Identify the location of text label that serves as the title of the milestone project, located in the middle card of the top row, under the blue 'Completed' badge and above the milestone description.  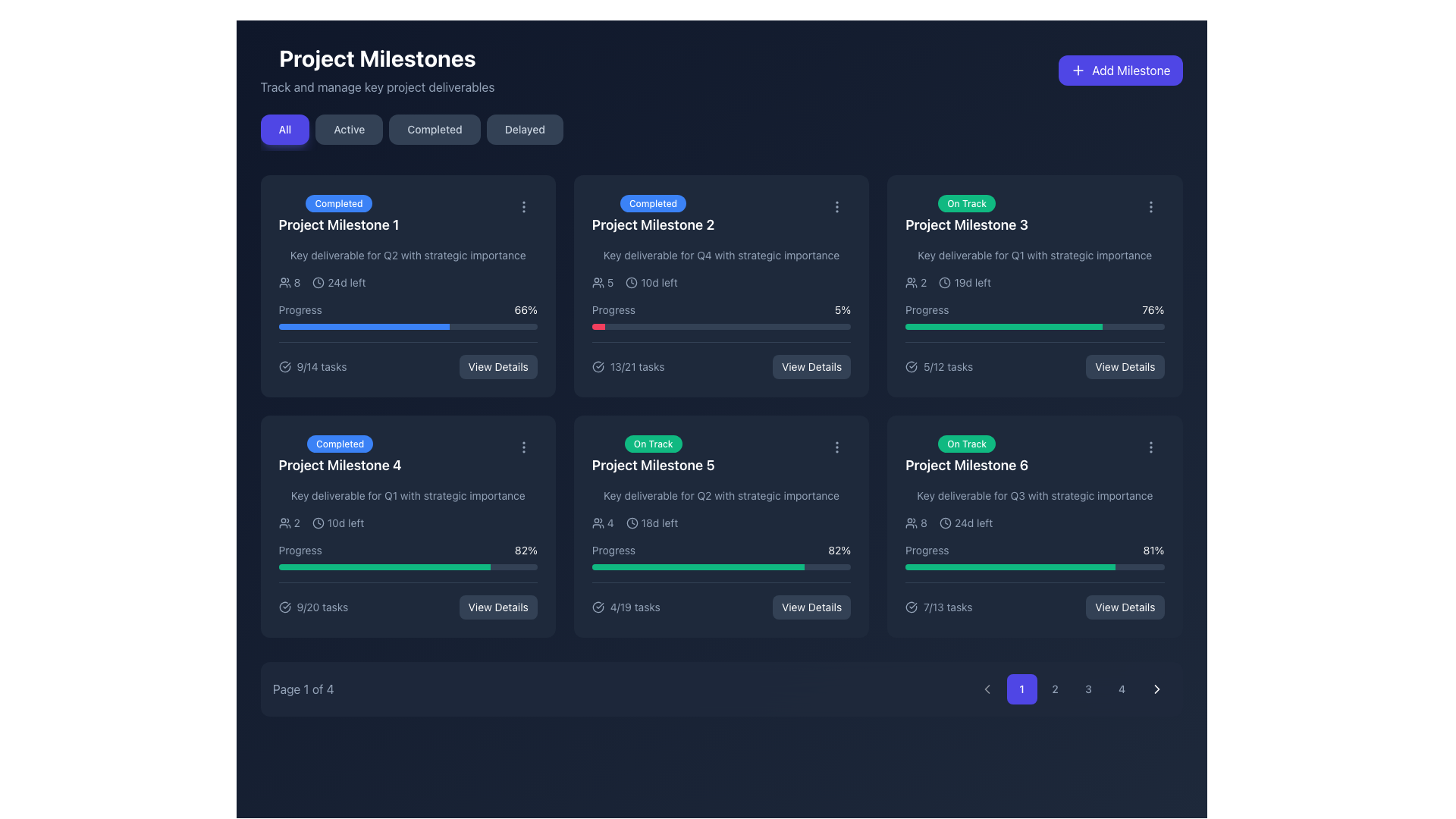
(653, 225).